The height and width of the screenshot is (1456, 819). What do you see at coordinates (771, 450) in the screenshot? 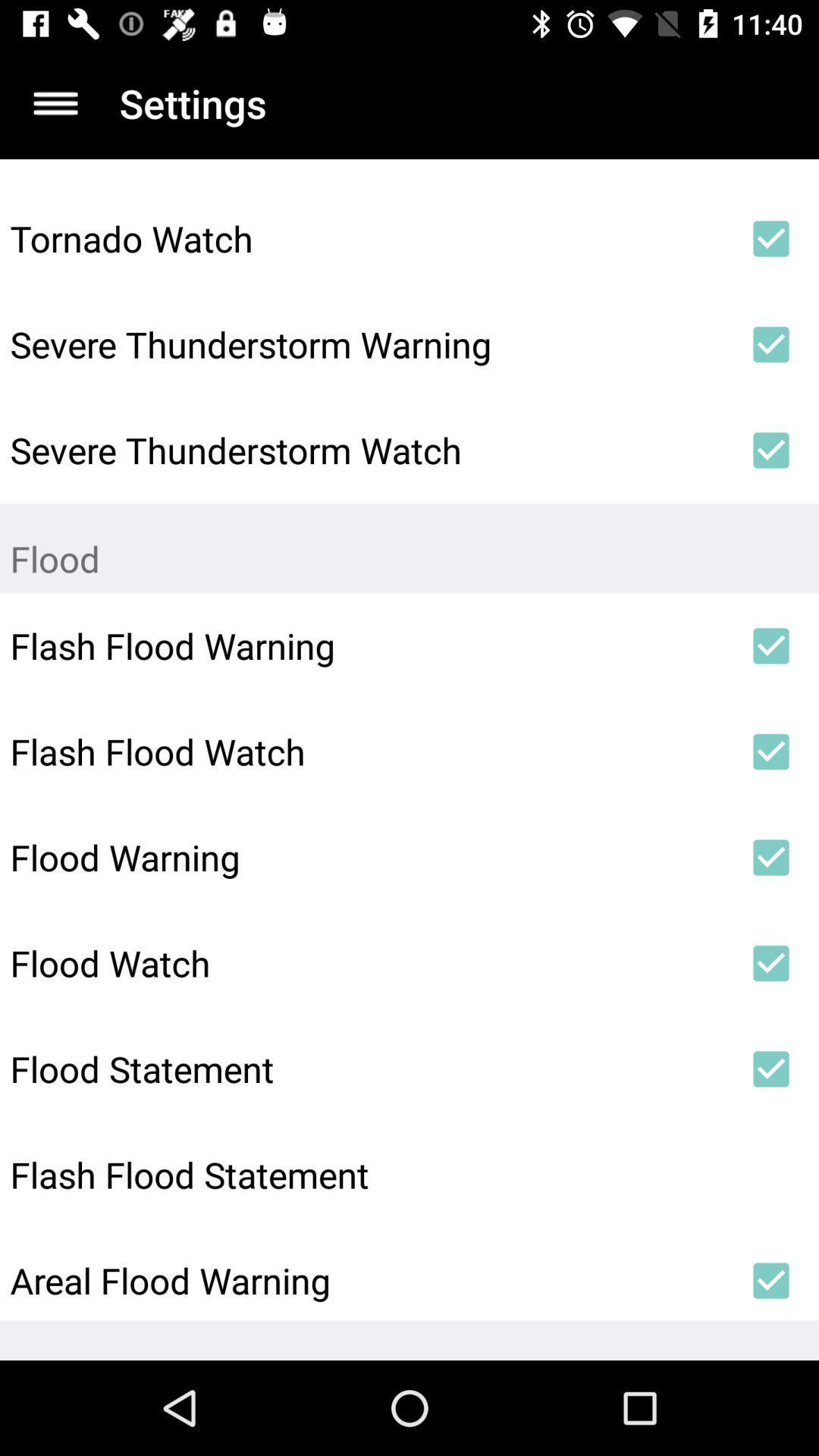
I see `the icon next to severe thunderstorm watch icon` at bounding box center [771, 450].